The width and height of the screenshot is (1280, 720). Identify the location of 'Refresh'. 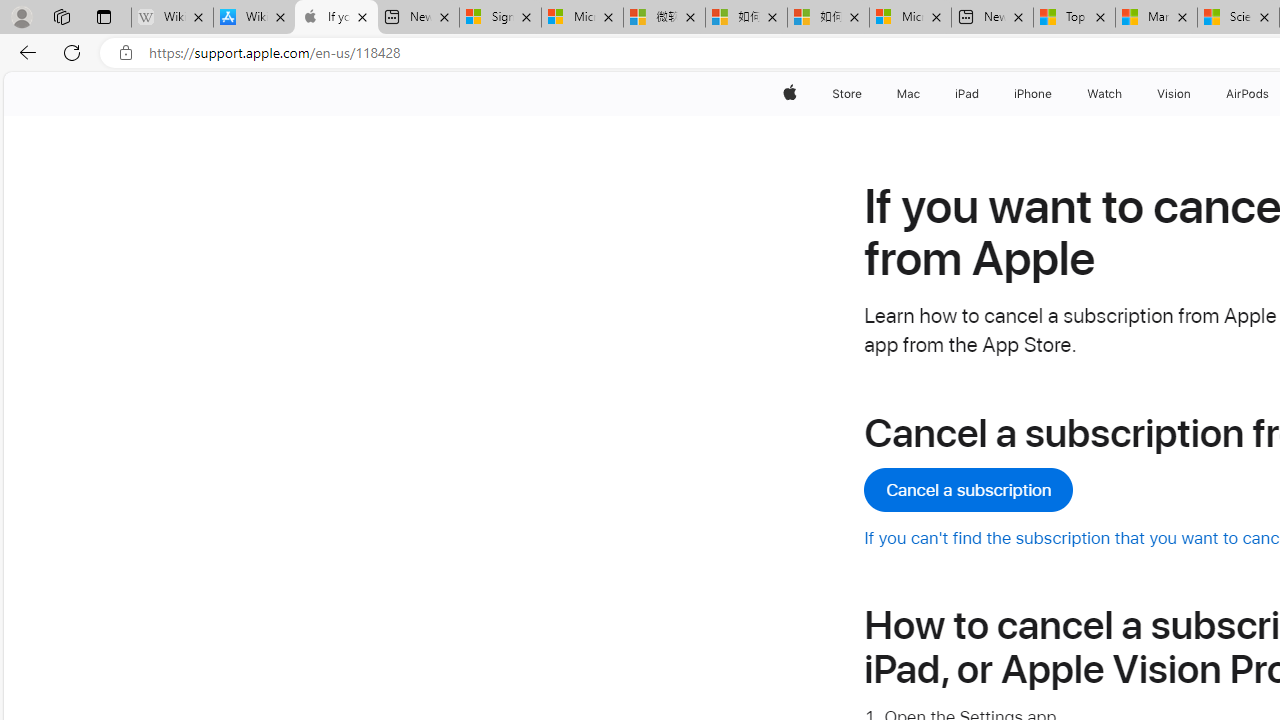
(72, 51).